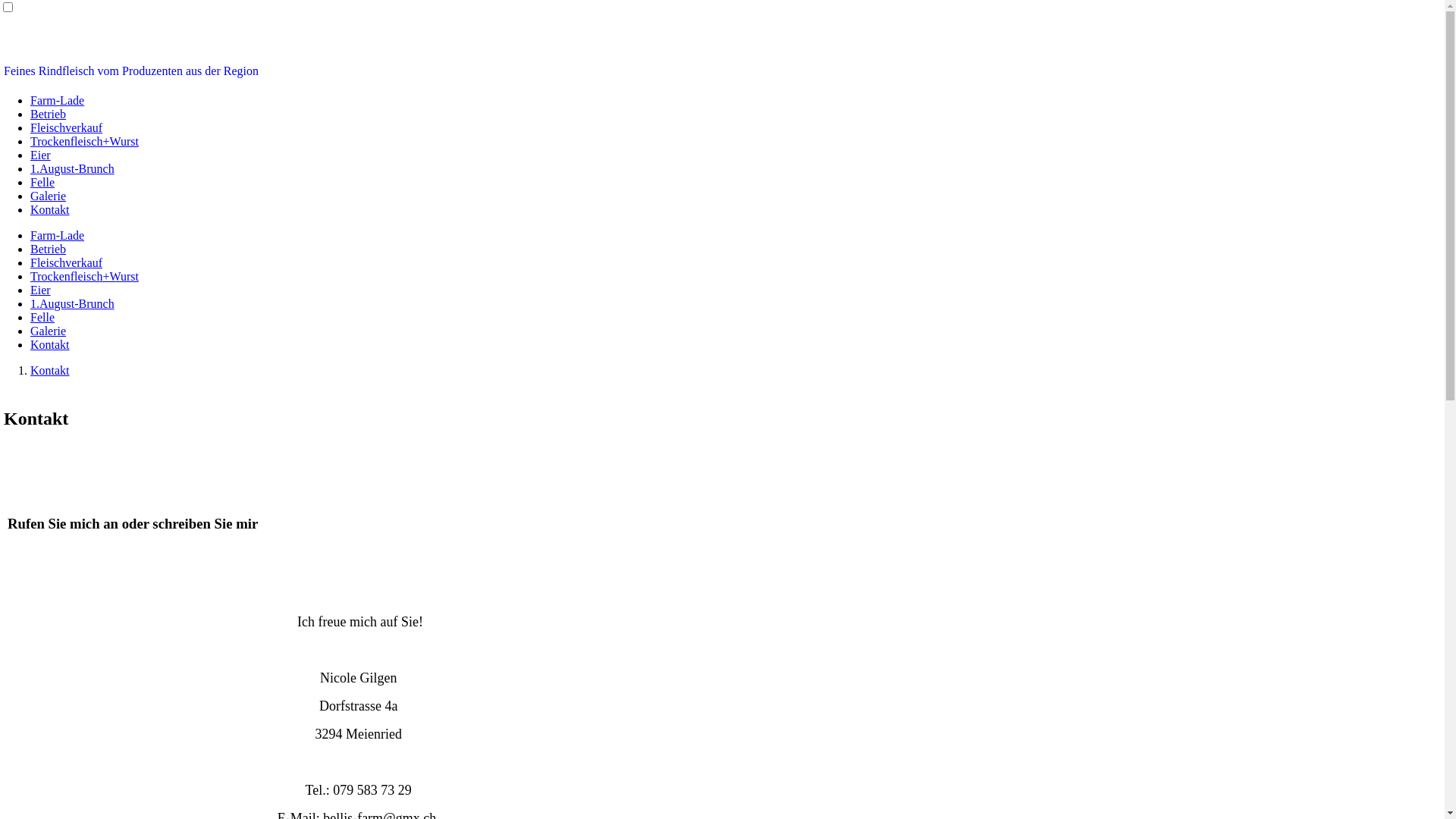 The width and height of the screenshot is (1456, 819). What do you see at coordinates (48, 113) in the screenshot?
I see `'Betrieb'` at bounding box center [48, 113].